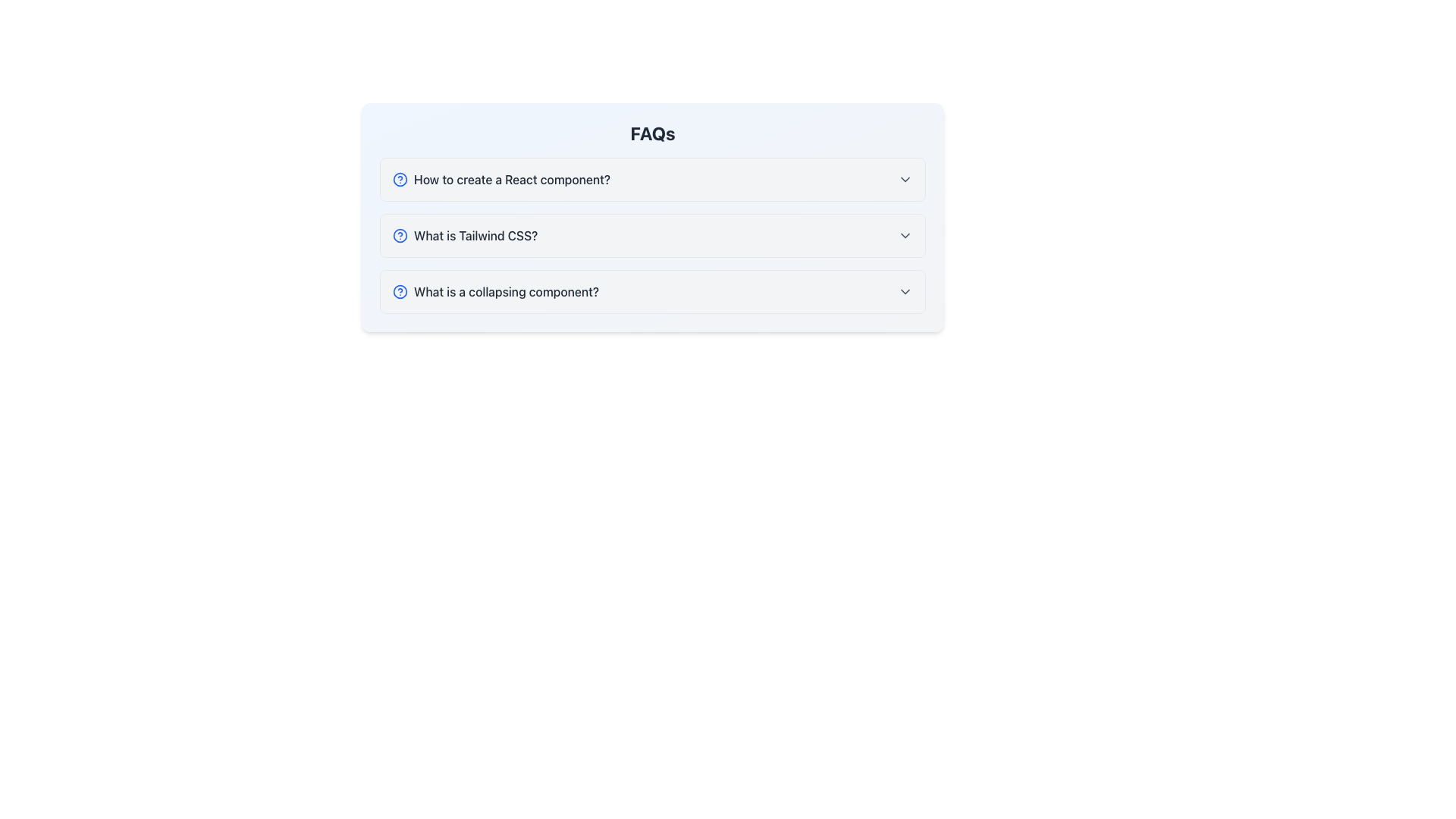 The height and width of the screenshot is (819, 1456). I want to click on the second FAQ question text label to read the tooltip, so click(464, 236).